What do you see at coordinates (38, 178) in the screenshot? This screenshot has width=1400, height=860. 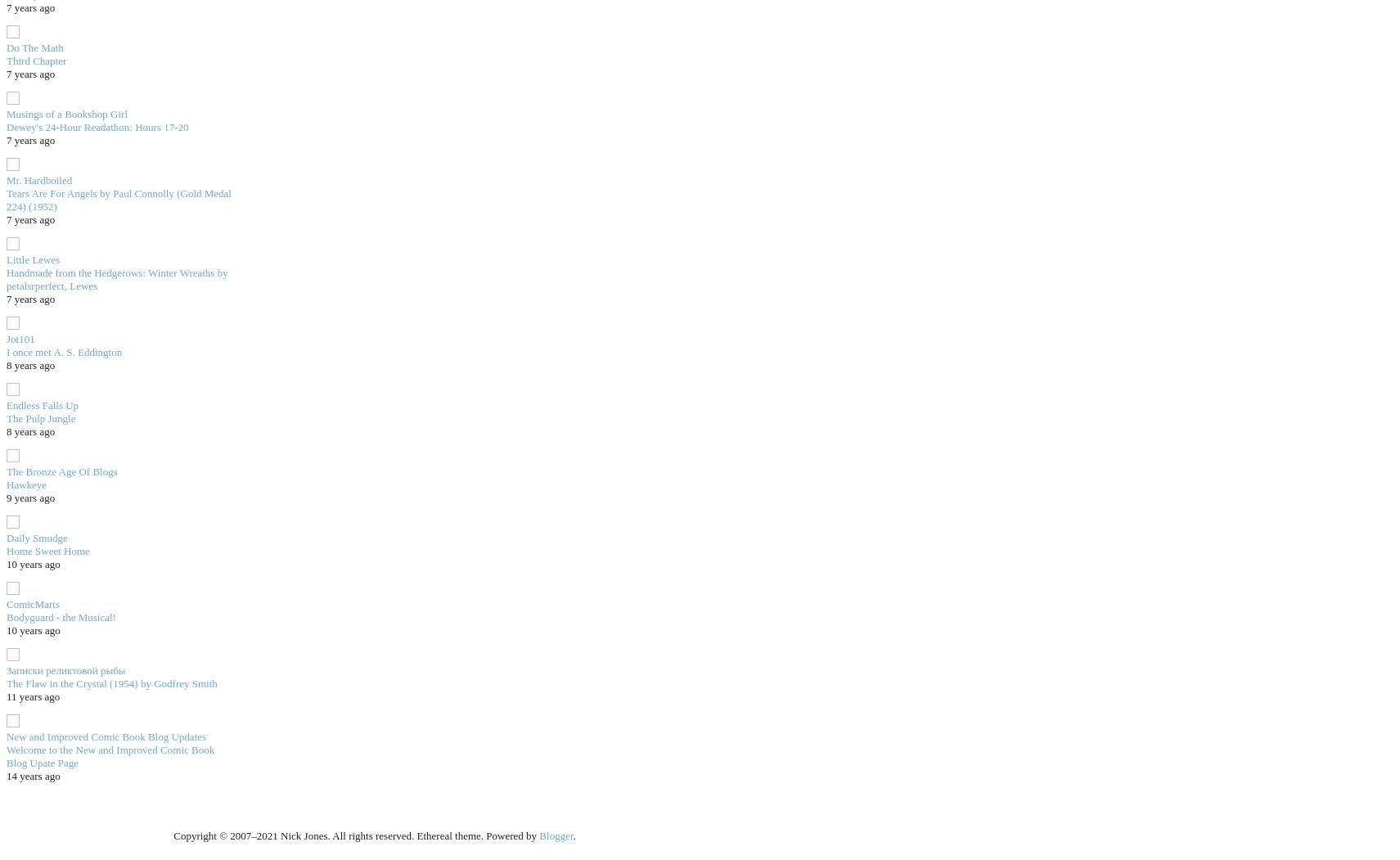 I see `'Mr. Hardboiled'` at bounding box center [38, 178].